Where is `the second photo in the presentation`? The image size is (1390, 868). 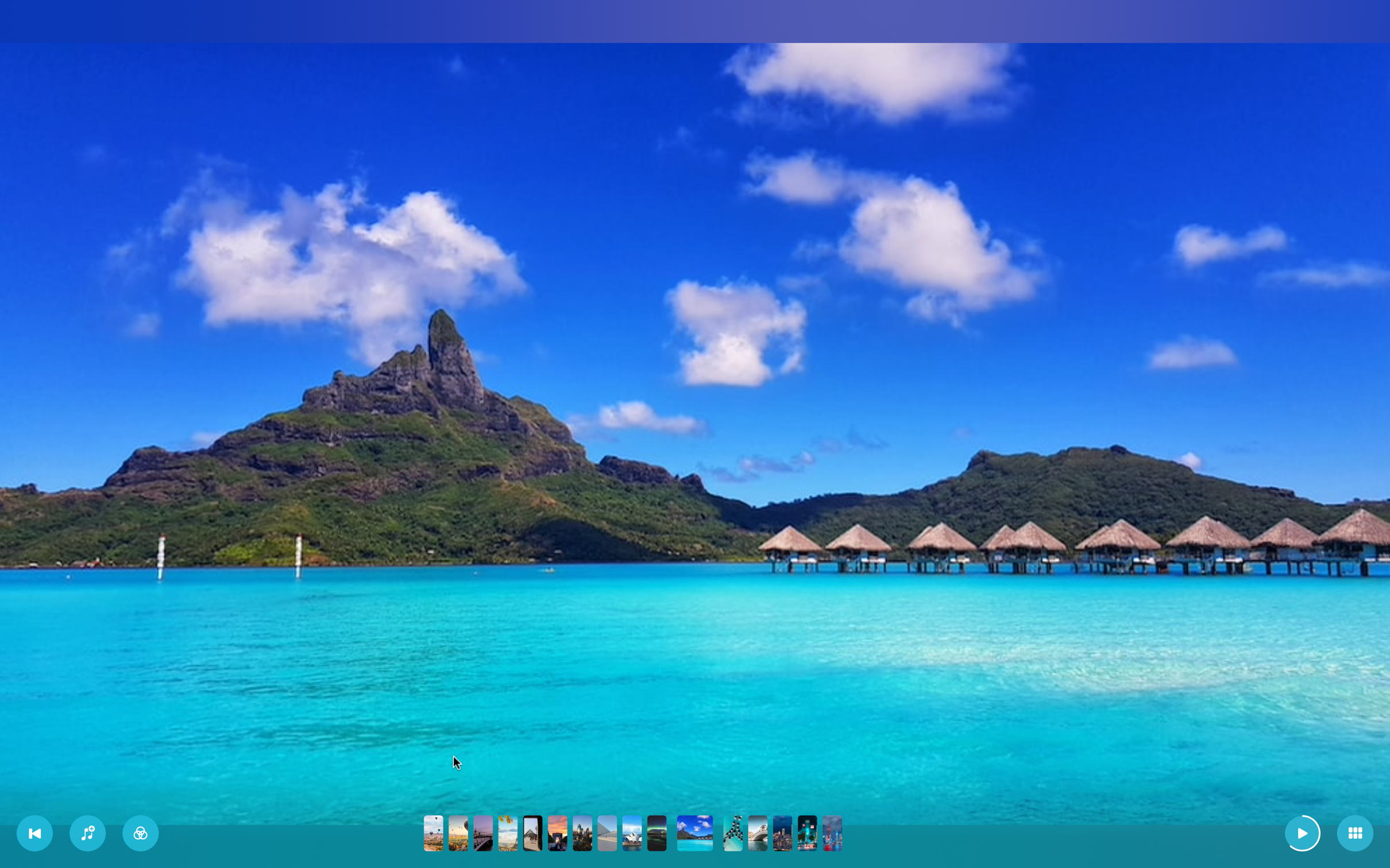 the second photo in the presentation is located at coordinates (458, 832).